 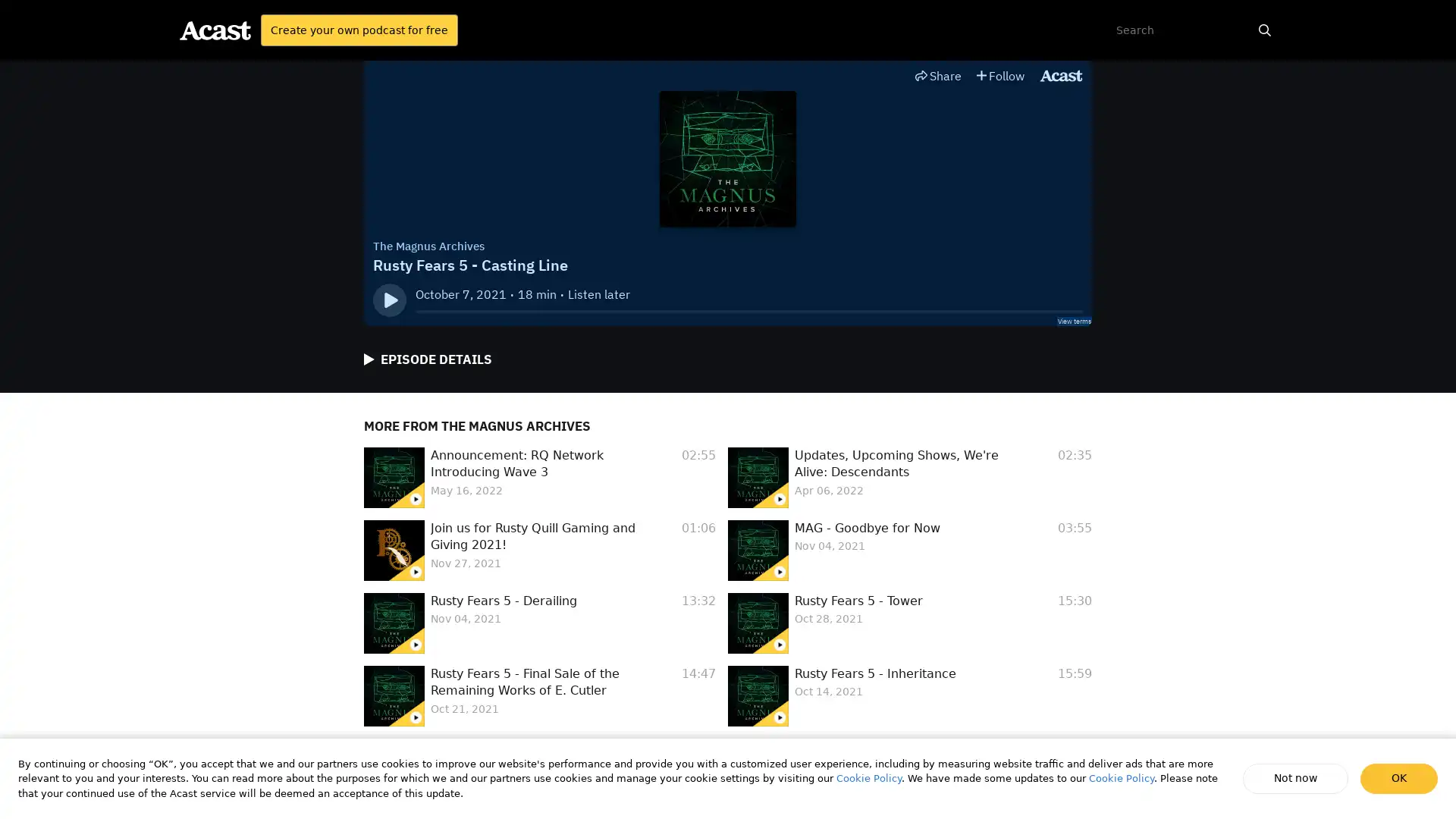 I want to click on OK, so click(x=1398, y=778).